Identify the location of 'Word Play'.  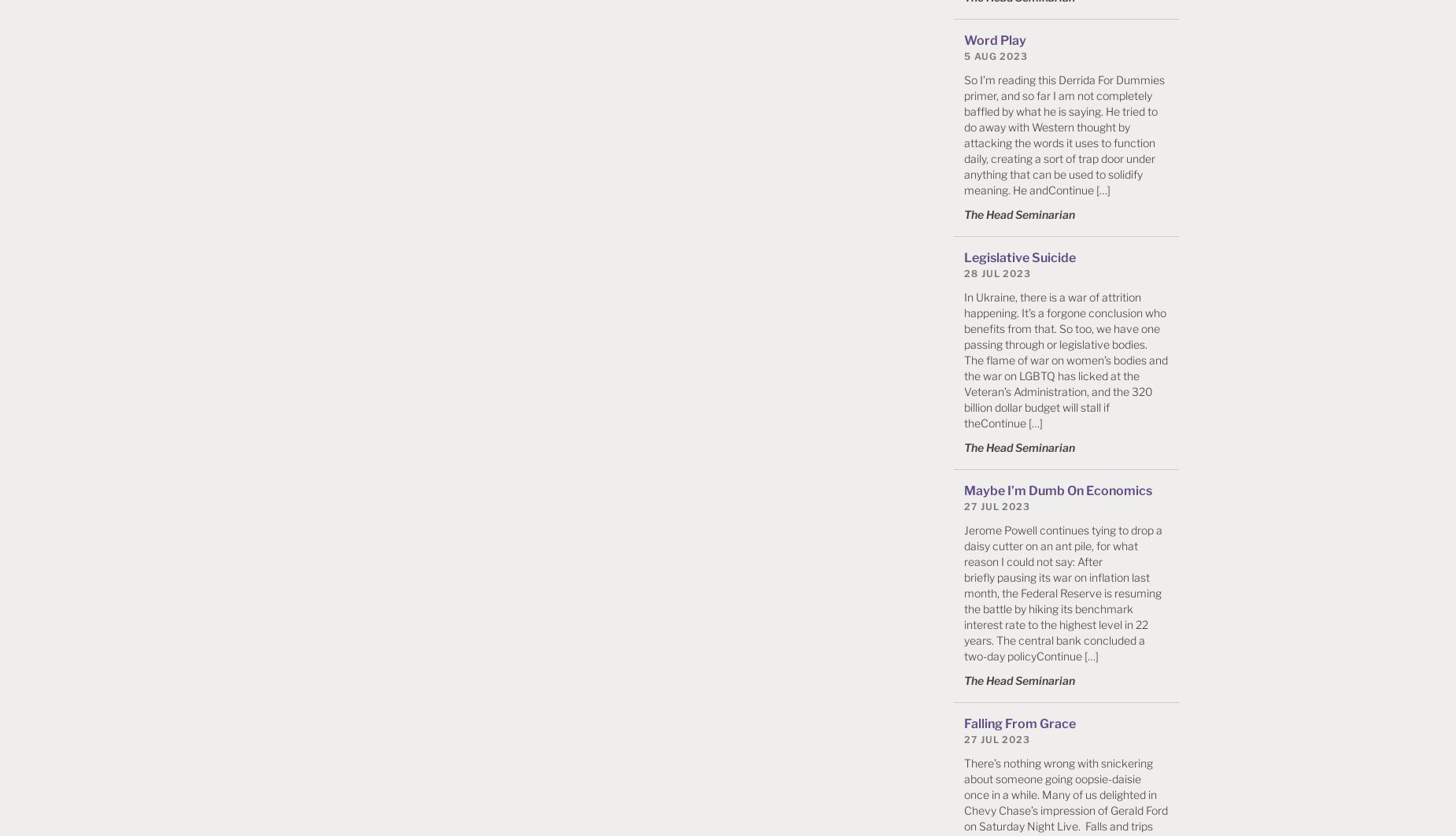
(963, 39).